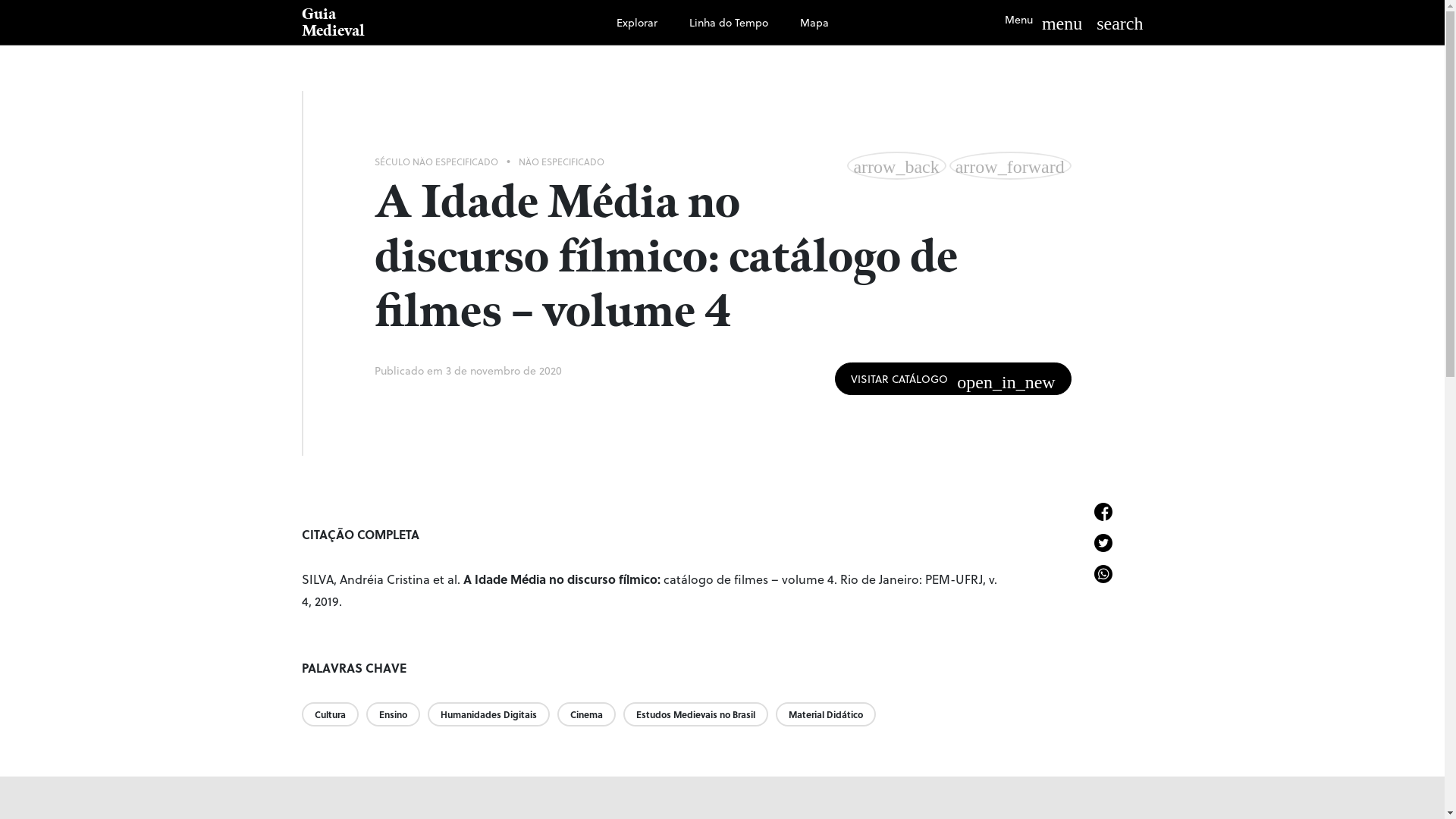 This screenshot has width=1456, height=819. Describe the element at coordinates (698, 713) in the screenshot. I see `'Estudos Medievais no Brasil'` at that location.